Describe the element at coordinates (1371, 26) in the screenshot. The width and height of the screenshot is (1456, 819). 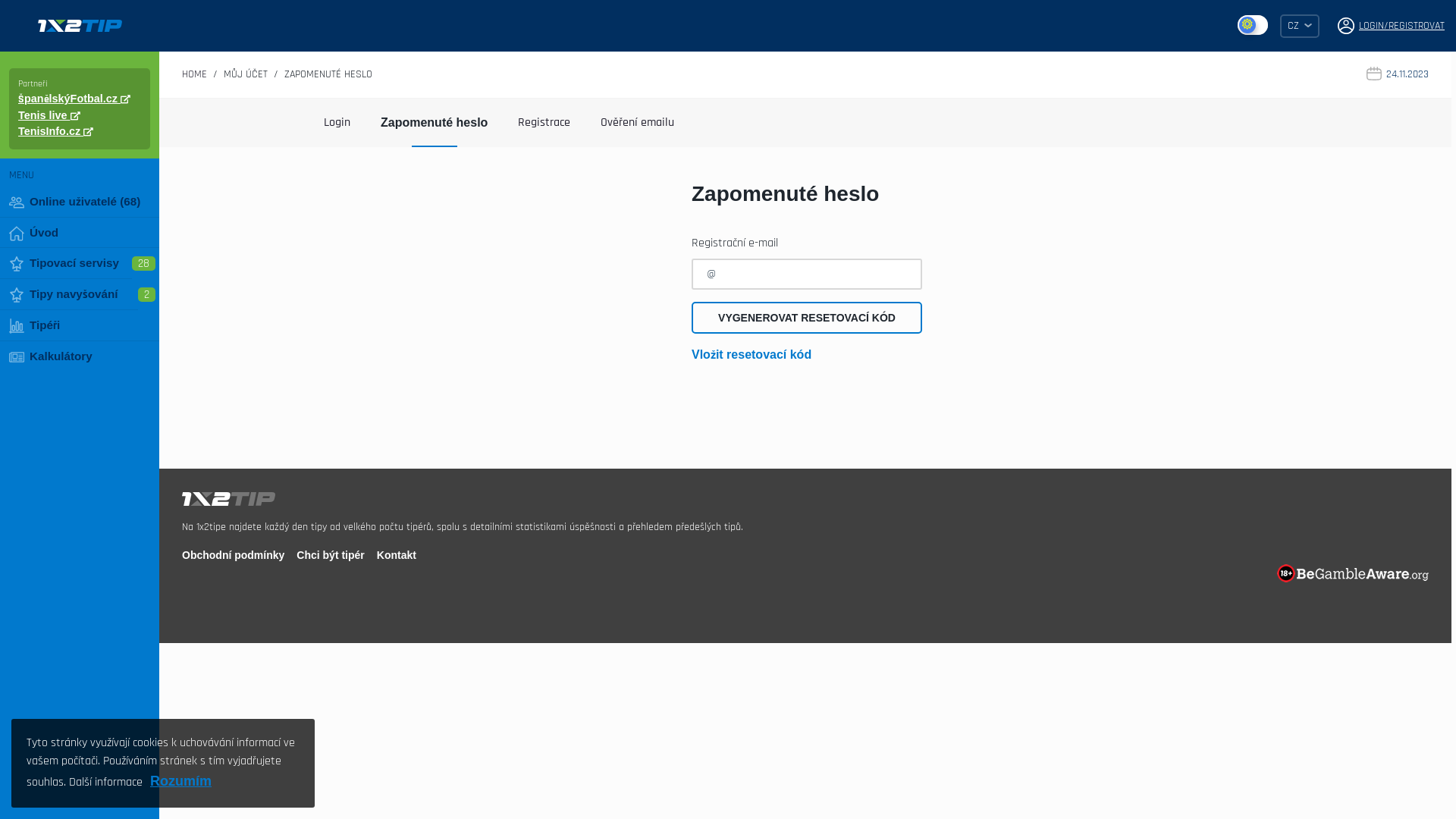
I see `'LOGIN'` at that location.